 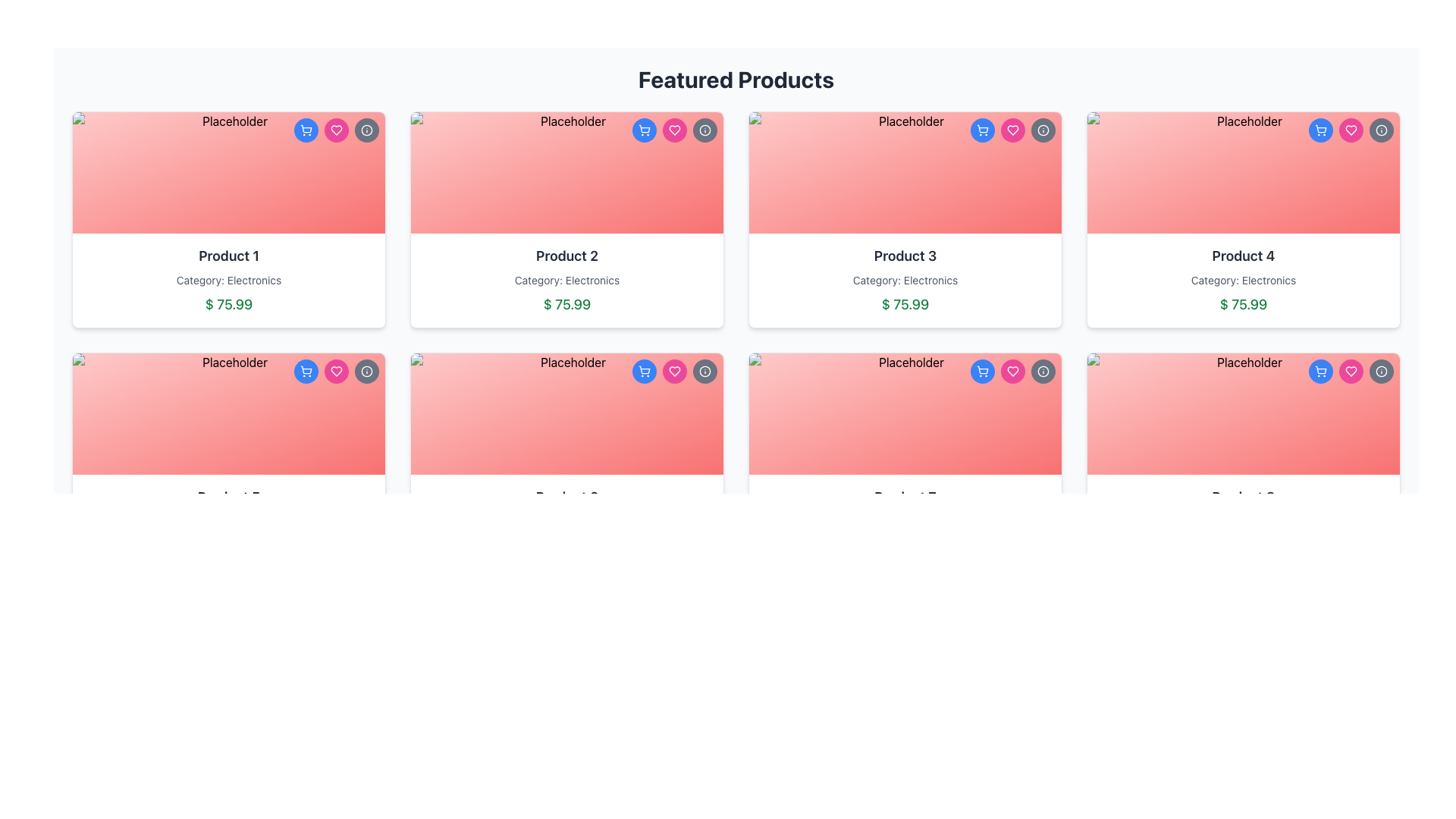 What do you see at coordinates (228, 281) in the screenshot?
I see `text label indicating the product classification as 'Electronics', which is positioned below the title 'Product 1' and above the price '$ 75.99' in the product card` at bounding box center [228, 281].